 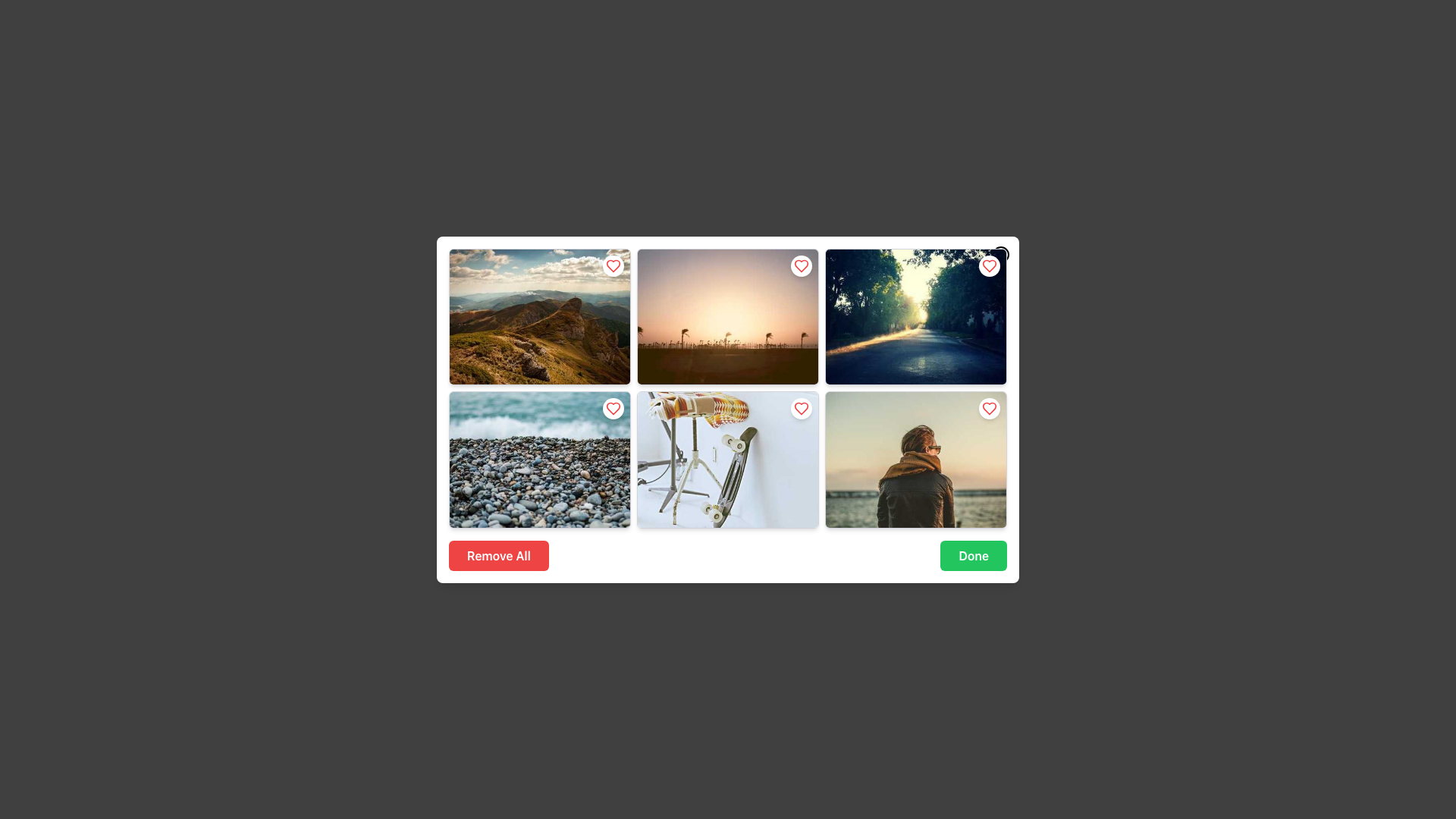 I want to click on the favorite icon button located at the top-right corner of the first image in the grid layout, so click(x=613, y=265).